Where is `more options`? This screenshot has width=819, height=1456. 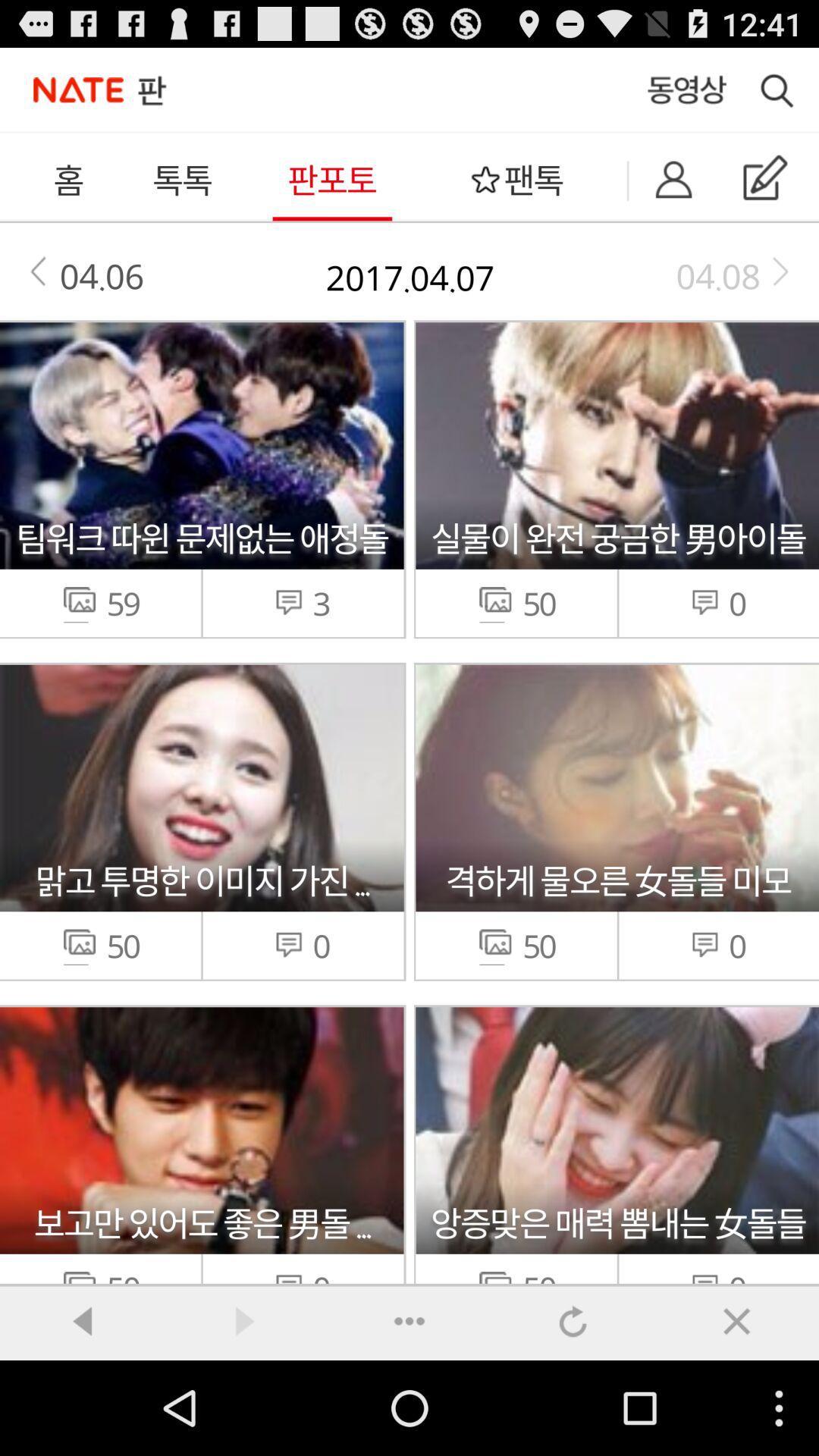 more options is located at coordinates (409, 1320).